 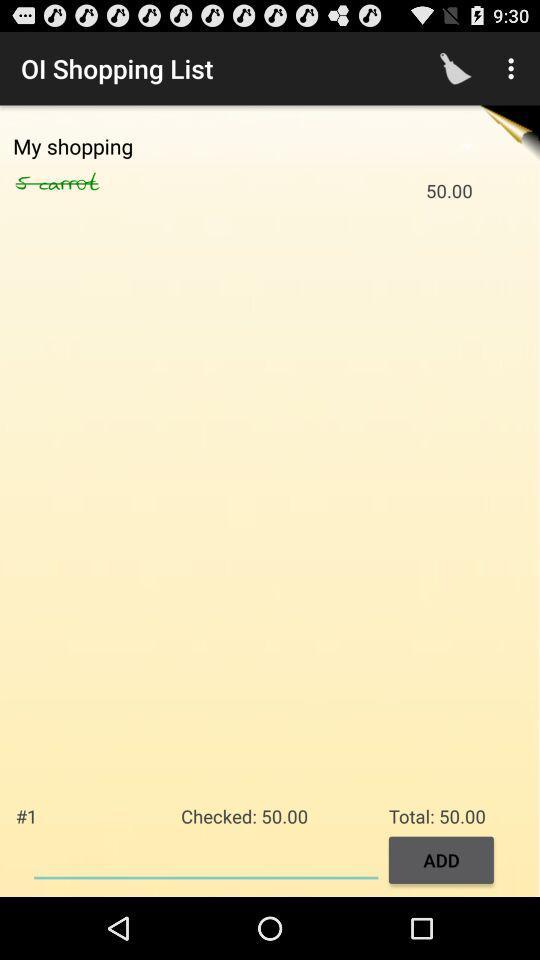 I want to click on type an entry, so click(x=205, y=857).